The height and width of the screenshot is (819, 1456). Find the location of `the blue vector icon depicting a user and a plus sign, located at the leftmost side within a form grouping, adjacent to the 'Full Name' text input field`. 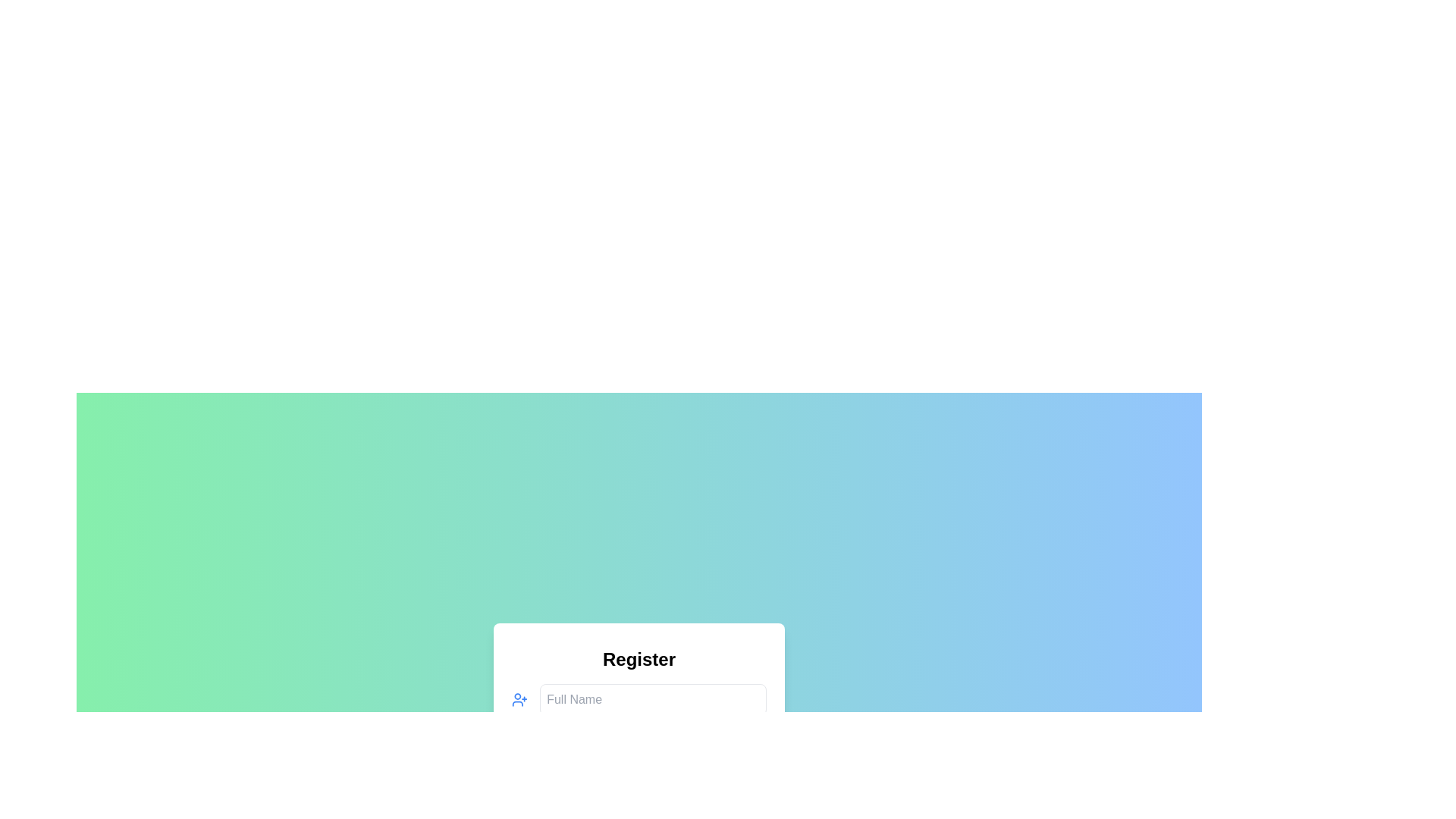

the blue vector icon depicting a user and a plus sign, located at the leftmost side within a form grouping, adjacent to the 'Full Name' text input field is located at coordinates (519, 699).